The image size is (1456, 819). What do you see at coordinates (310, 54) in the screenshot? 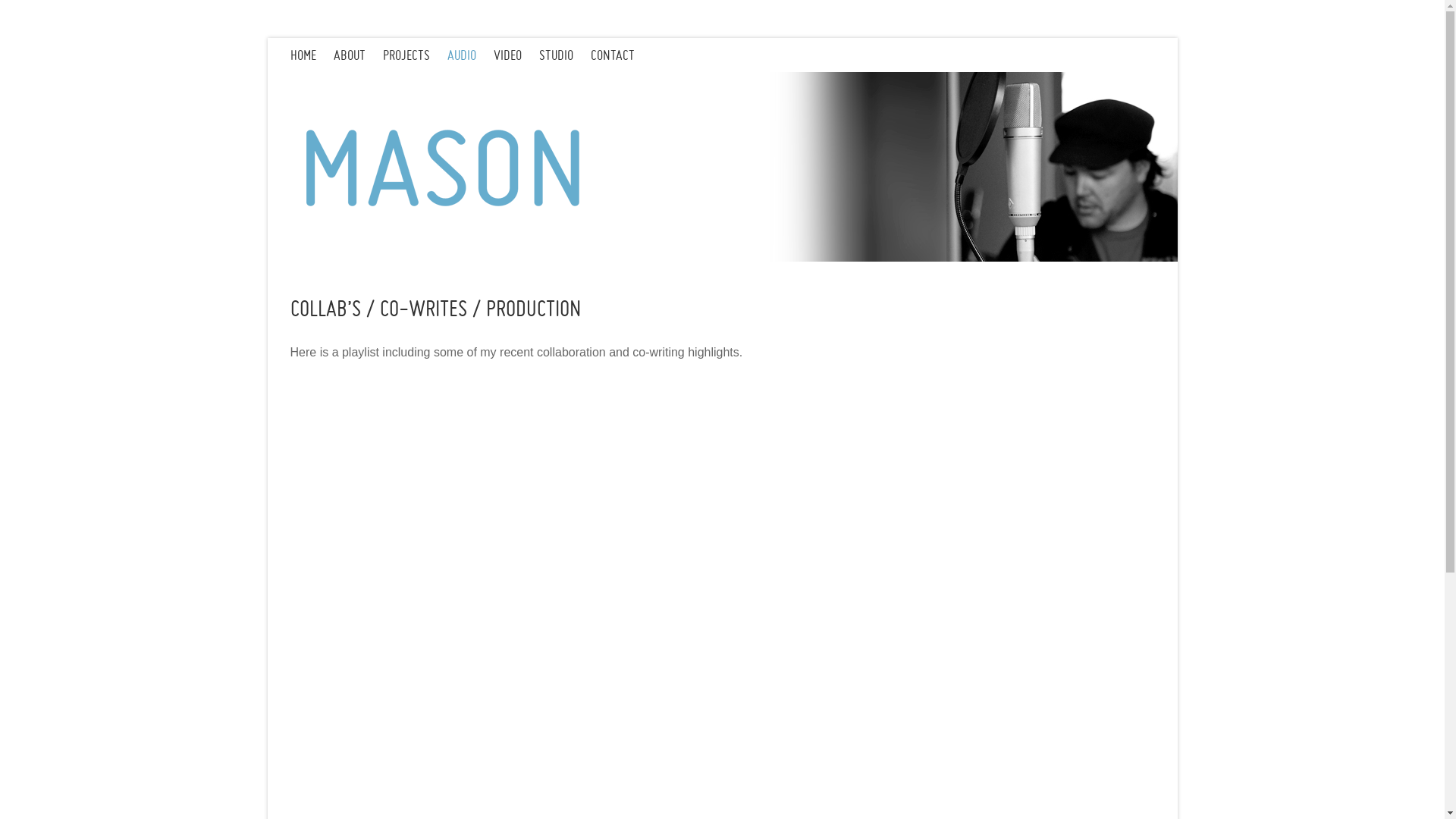
I see `'HOME'` at bounding box center [310, 54].